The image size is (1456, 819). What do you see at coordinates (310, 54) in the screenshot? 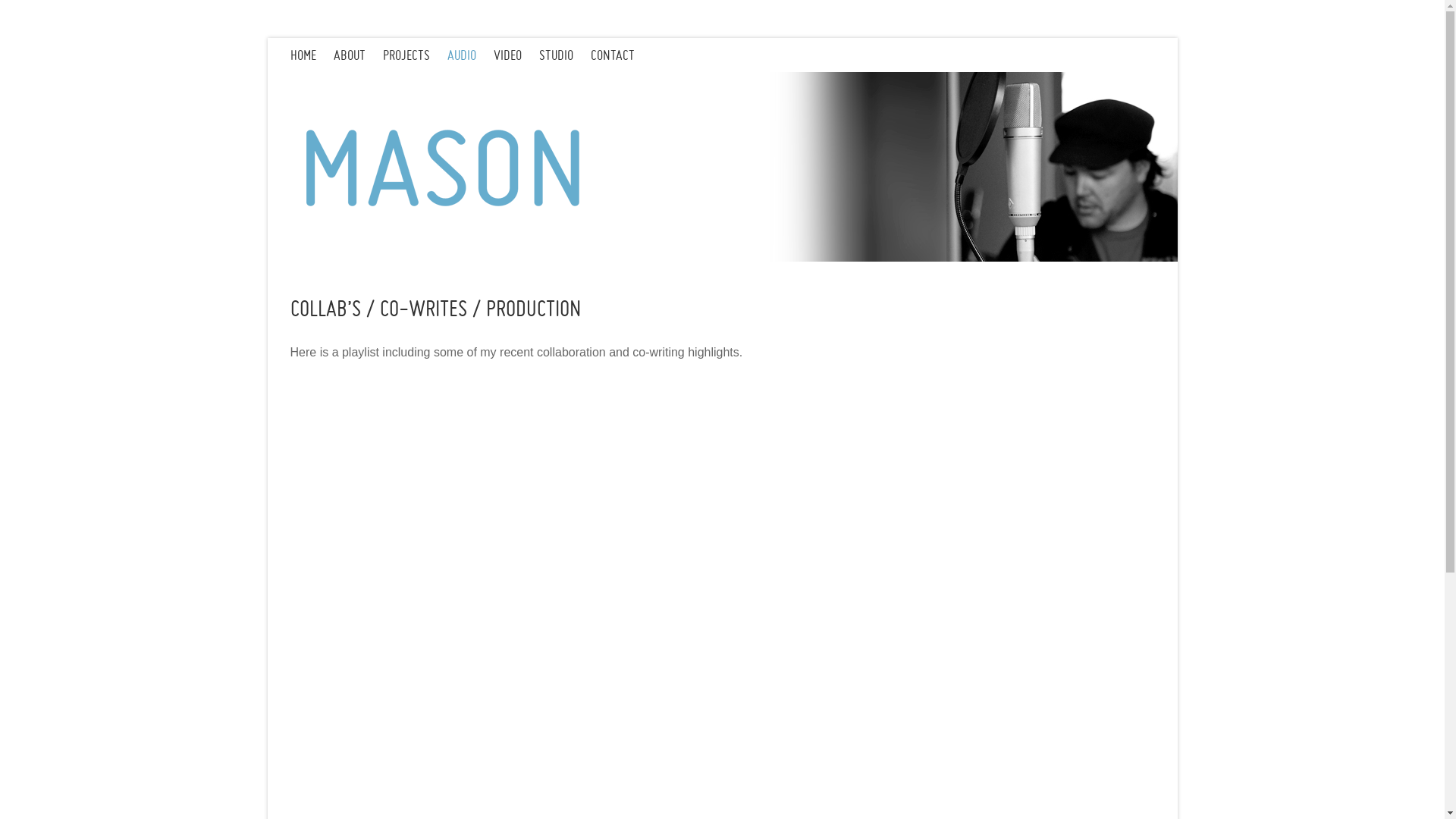
I see `'HOME'` at bounding box center [310, 54].